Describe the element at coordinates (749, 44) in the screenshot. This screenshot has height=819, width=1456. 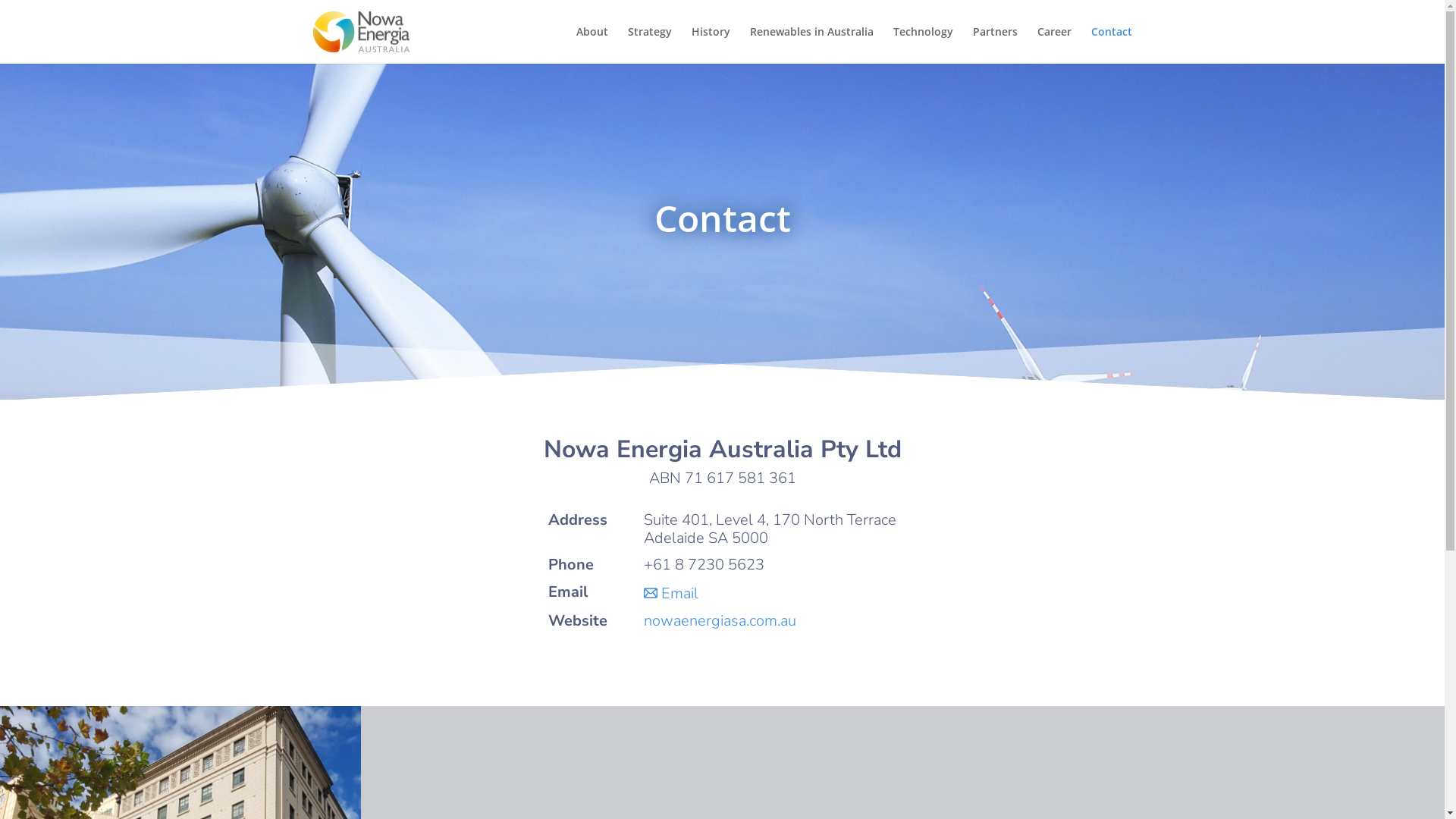
I see `'Renewables in Australia'` at that location.